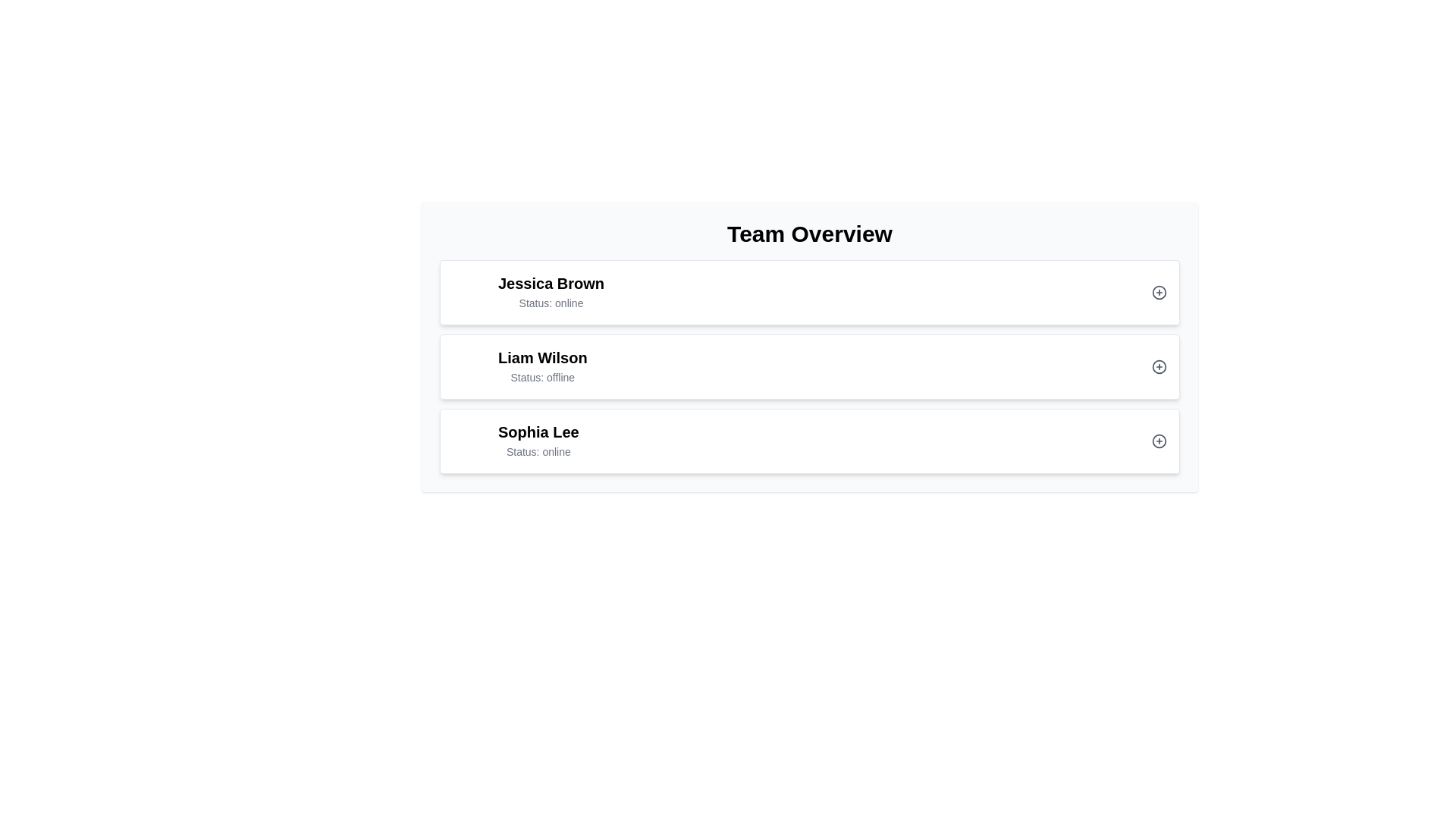 The image size is (1456, 819). What do you see at coordinates (809, 441) in the screenshot?
I see `the third user information card in the vertical list` at bounding box center [809, 441].